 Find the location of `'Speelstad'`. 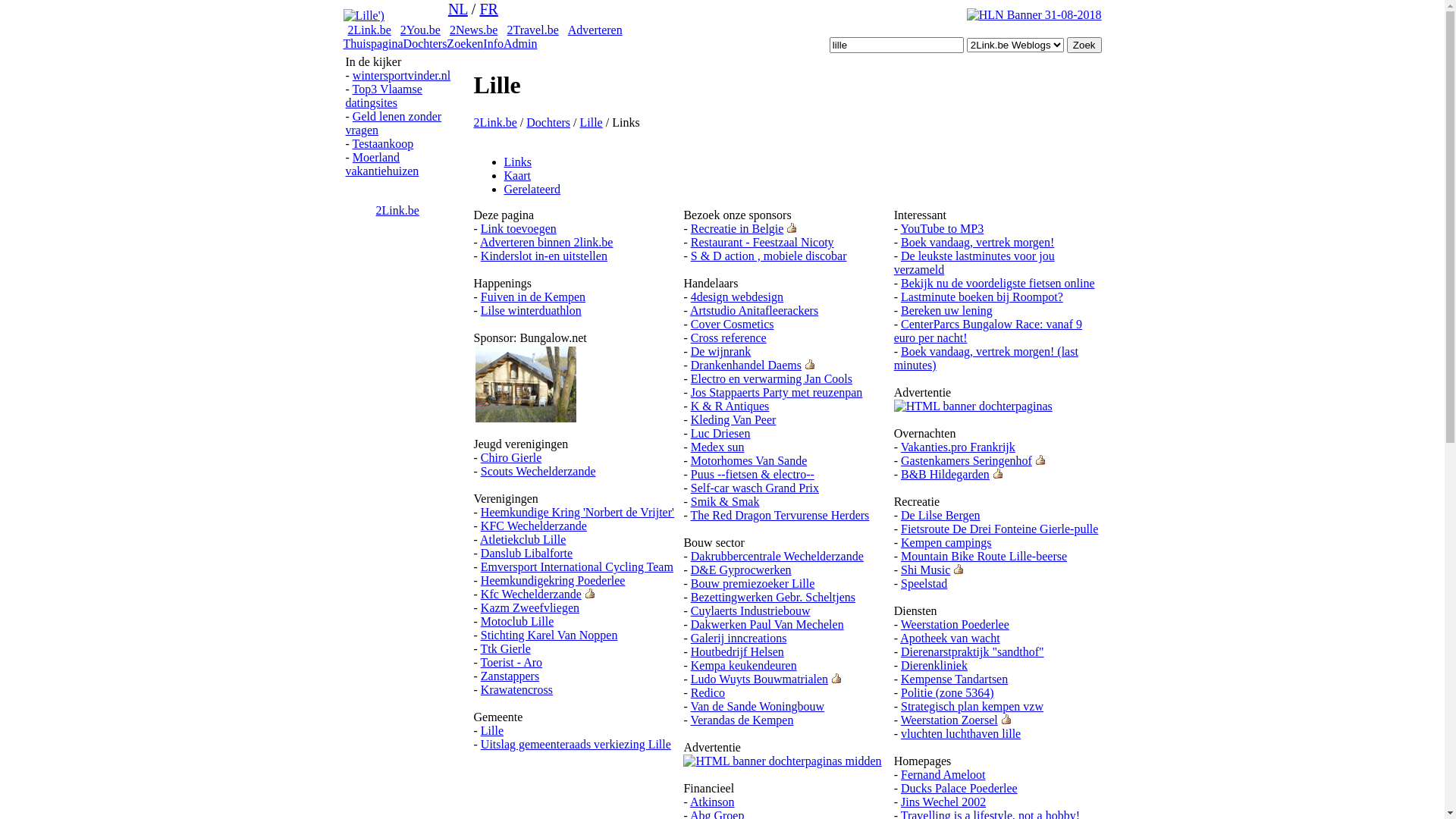

'Speelstad' is located at coordinates (923, 582).